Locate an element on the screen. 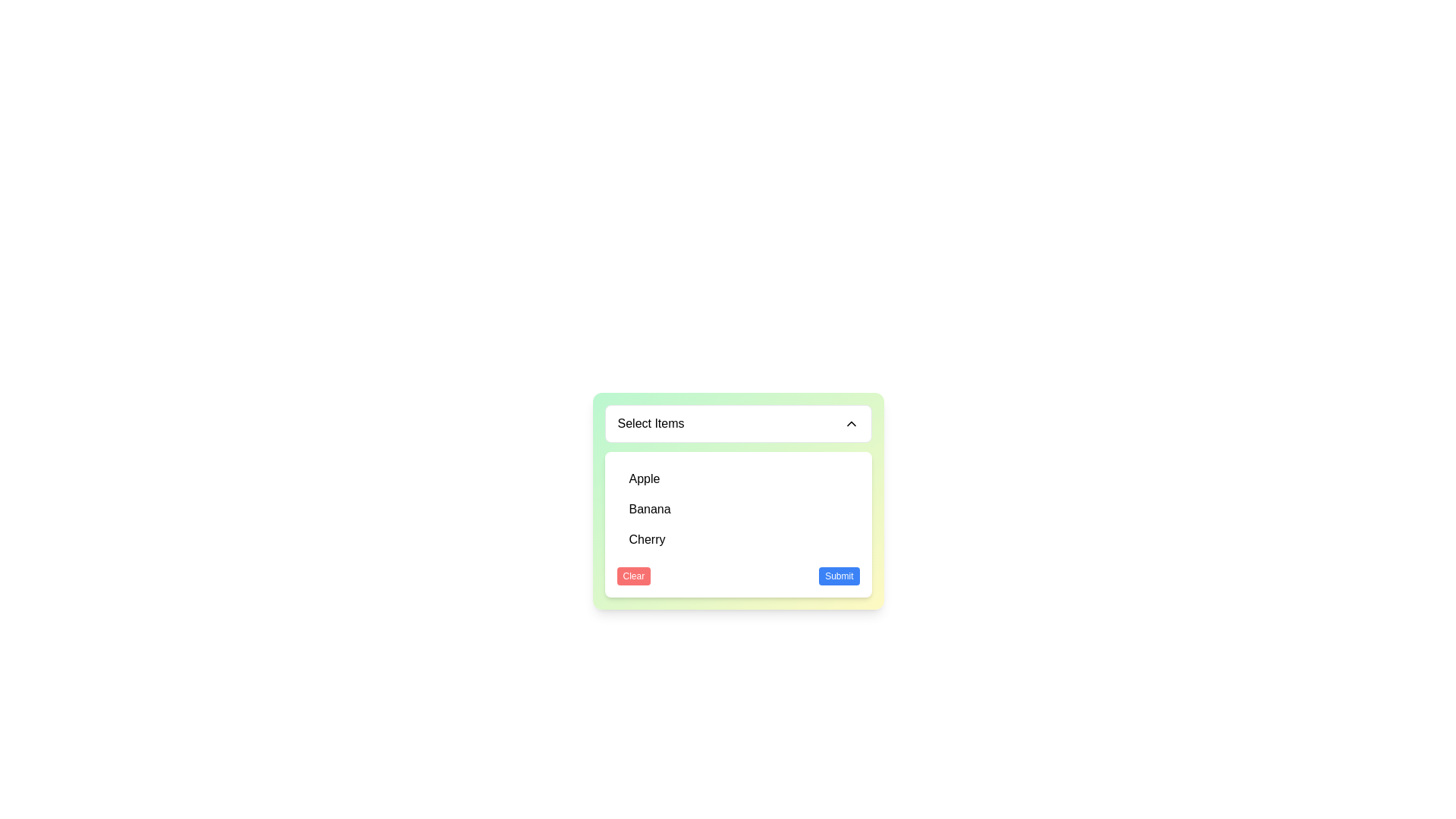 Image resolution: width=1456 pixels, height=819 pixels. the 'Clear' button, which has a red background and white text, positioned at the bottom left of the bordered box containing the dropdown menu is located at coordinates (633, 576).